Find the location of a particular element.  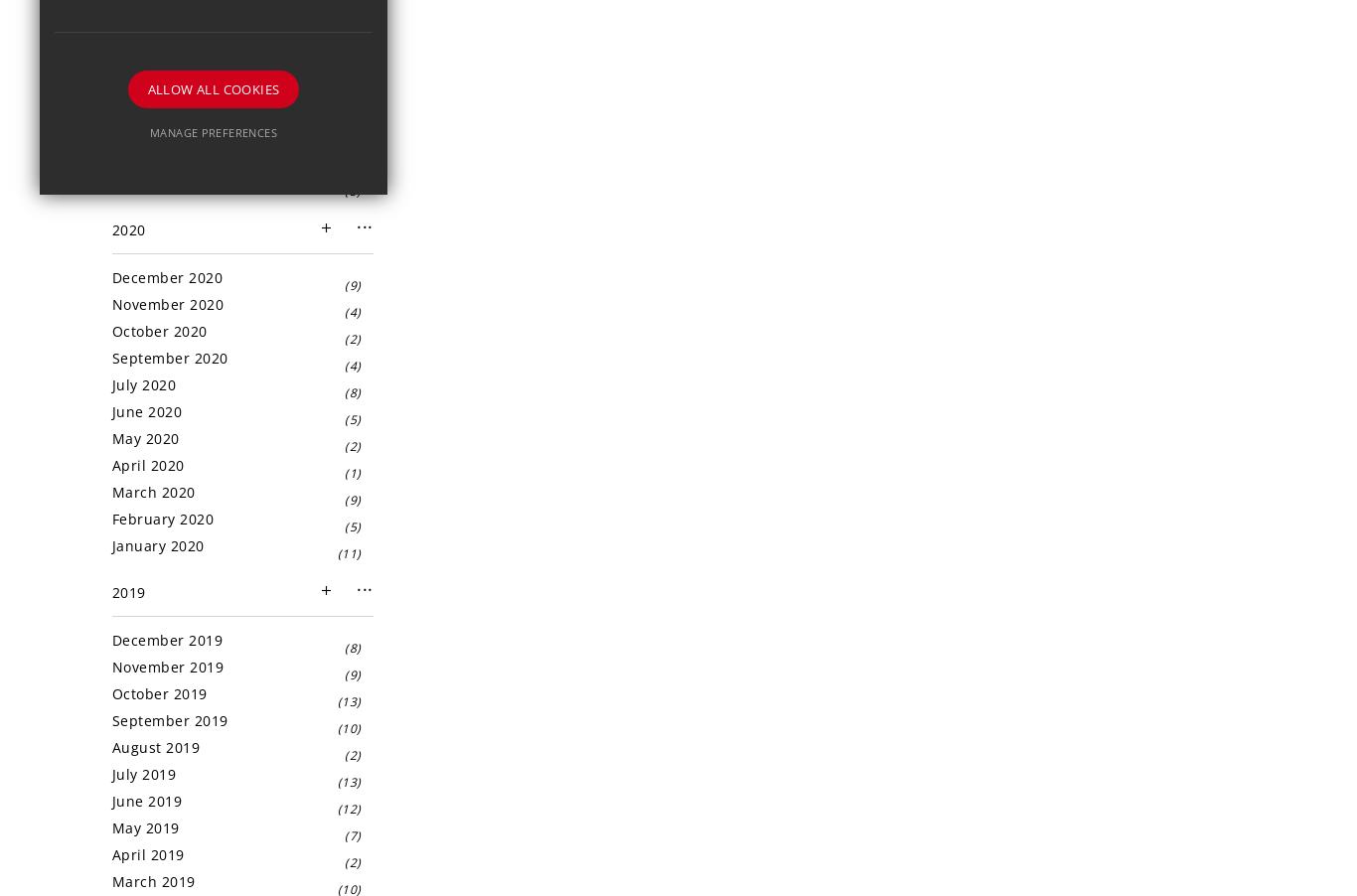

'(11)' is located at coordinates (348, 553).